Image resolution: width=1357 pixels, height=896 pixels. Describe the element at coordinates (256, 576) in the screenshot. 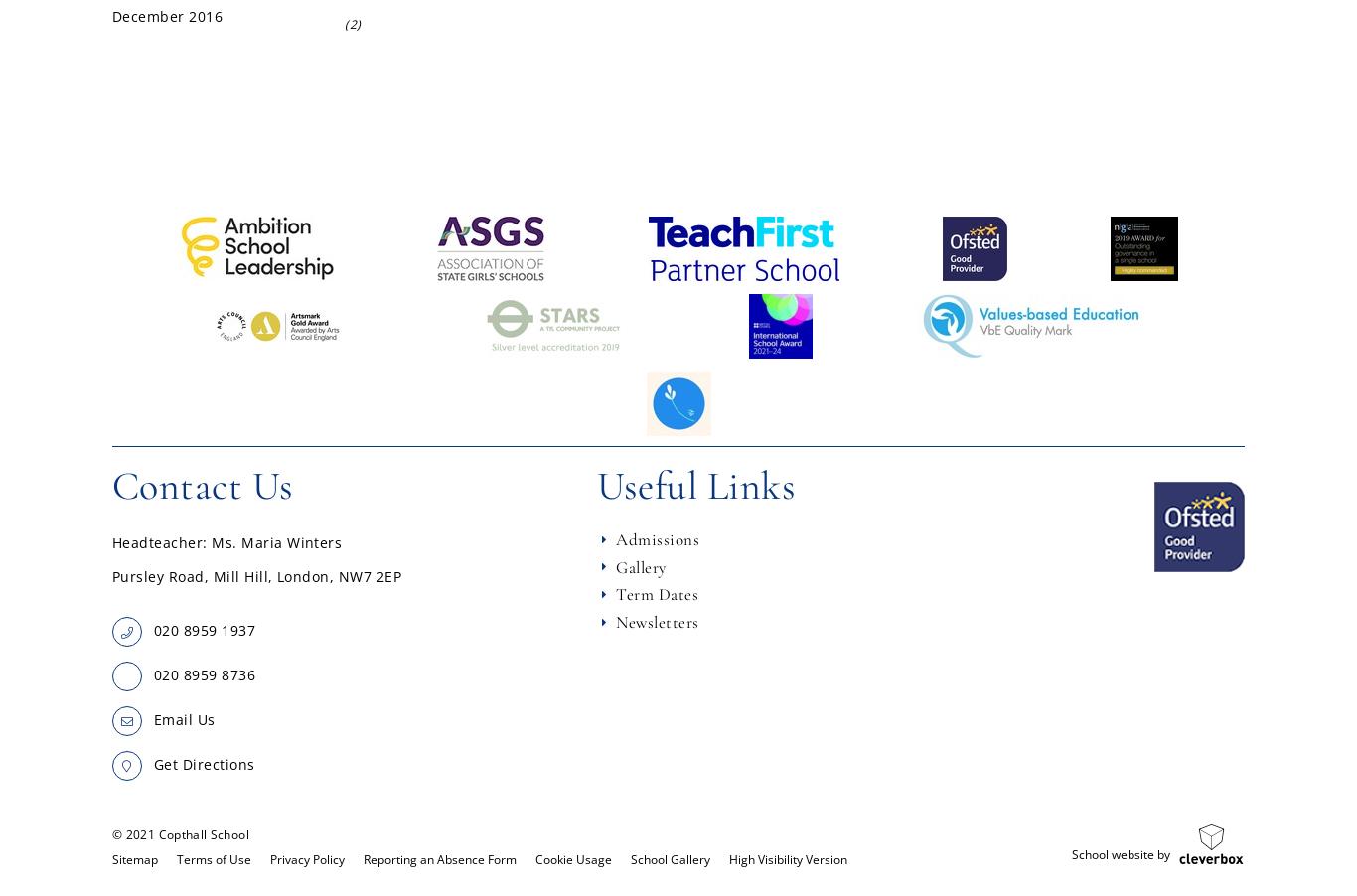

I see `'Pursley Road, Mill Hill, London, NW7 2EP'` at that location.